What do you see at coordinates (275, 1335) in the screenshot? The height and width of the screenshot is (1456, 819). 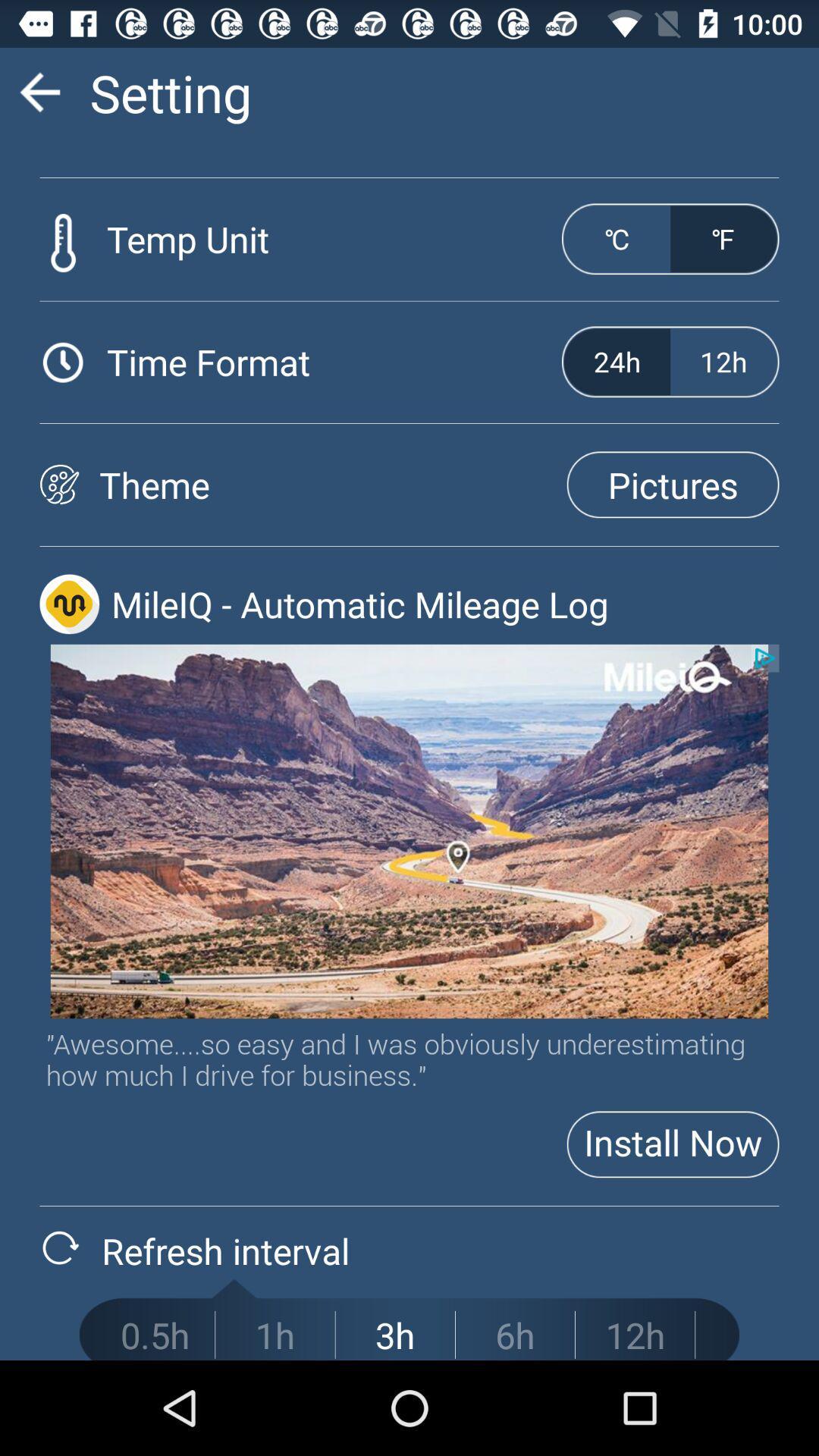 I see `the 1h item` at bounding box center [275, 1335].